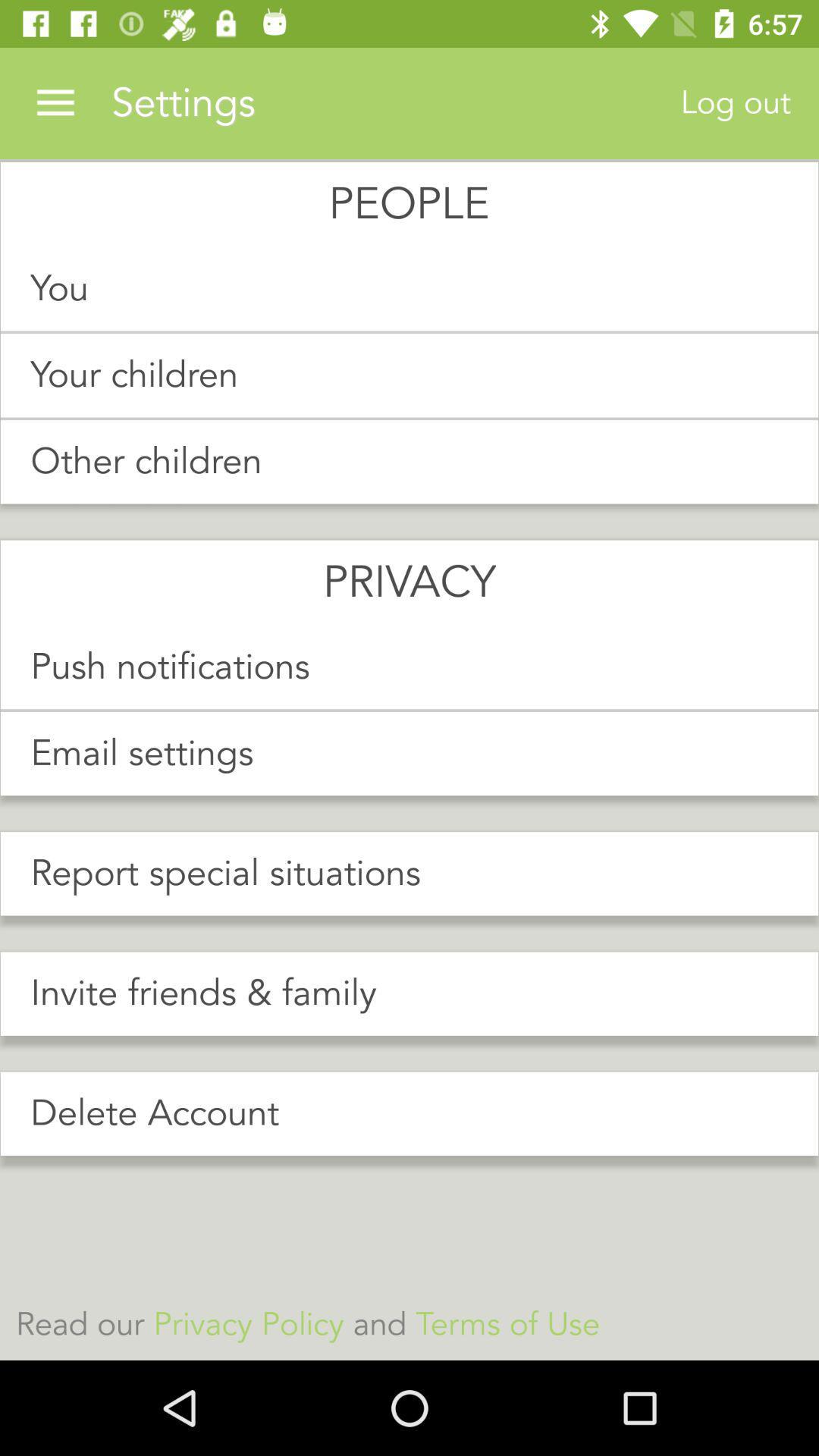 This screenshot has height=1456, width=819. I want to click on the icon below the privacy item, so click(409, 667).